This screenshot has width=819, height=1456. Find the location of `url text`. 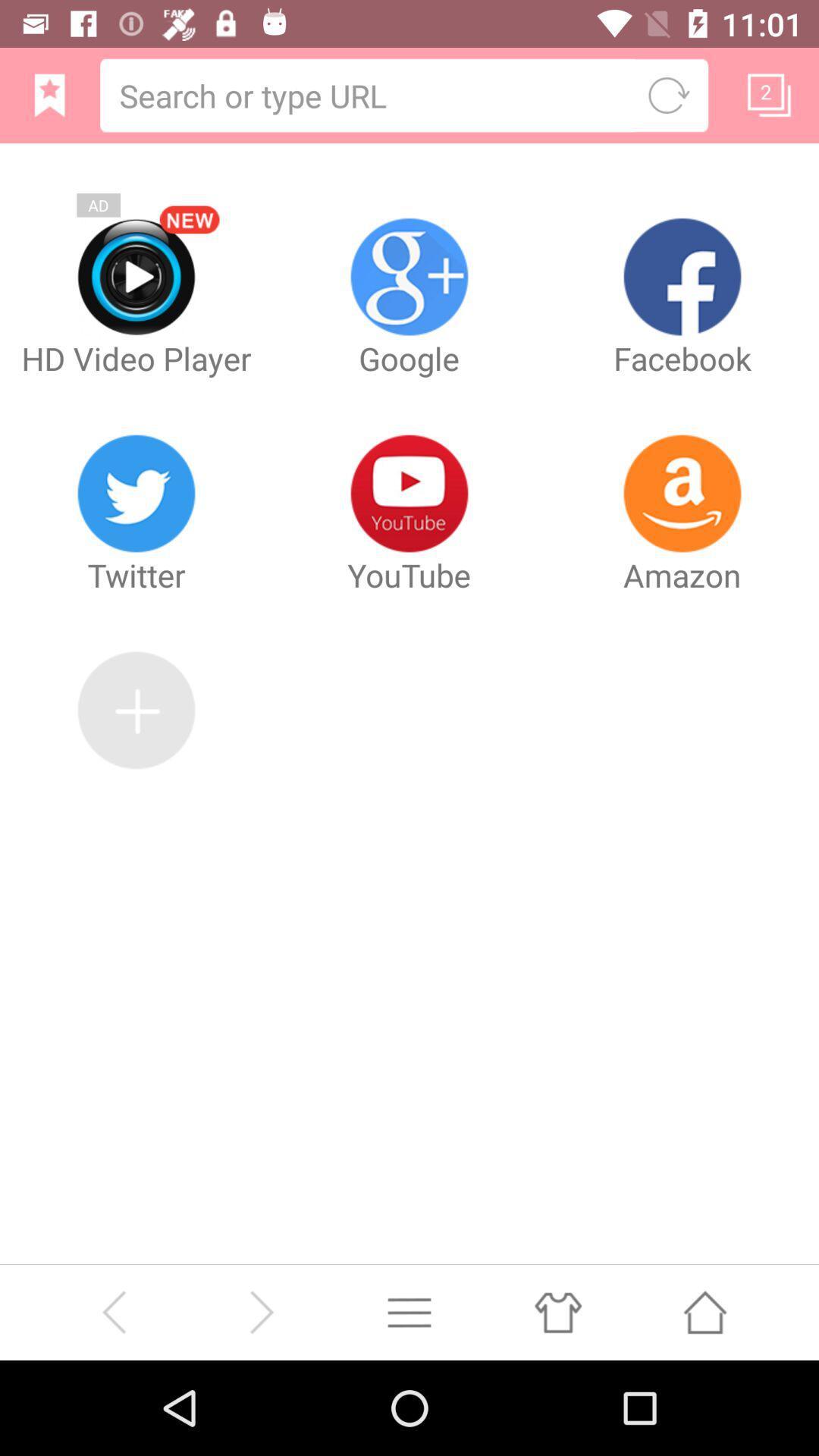

url text is located at coordinates (369, 94).